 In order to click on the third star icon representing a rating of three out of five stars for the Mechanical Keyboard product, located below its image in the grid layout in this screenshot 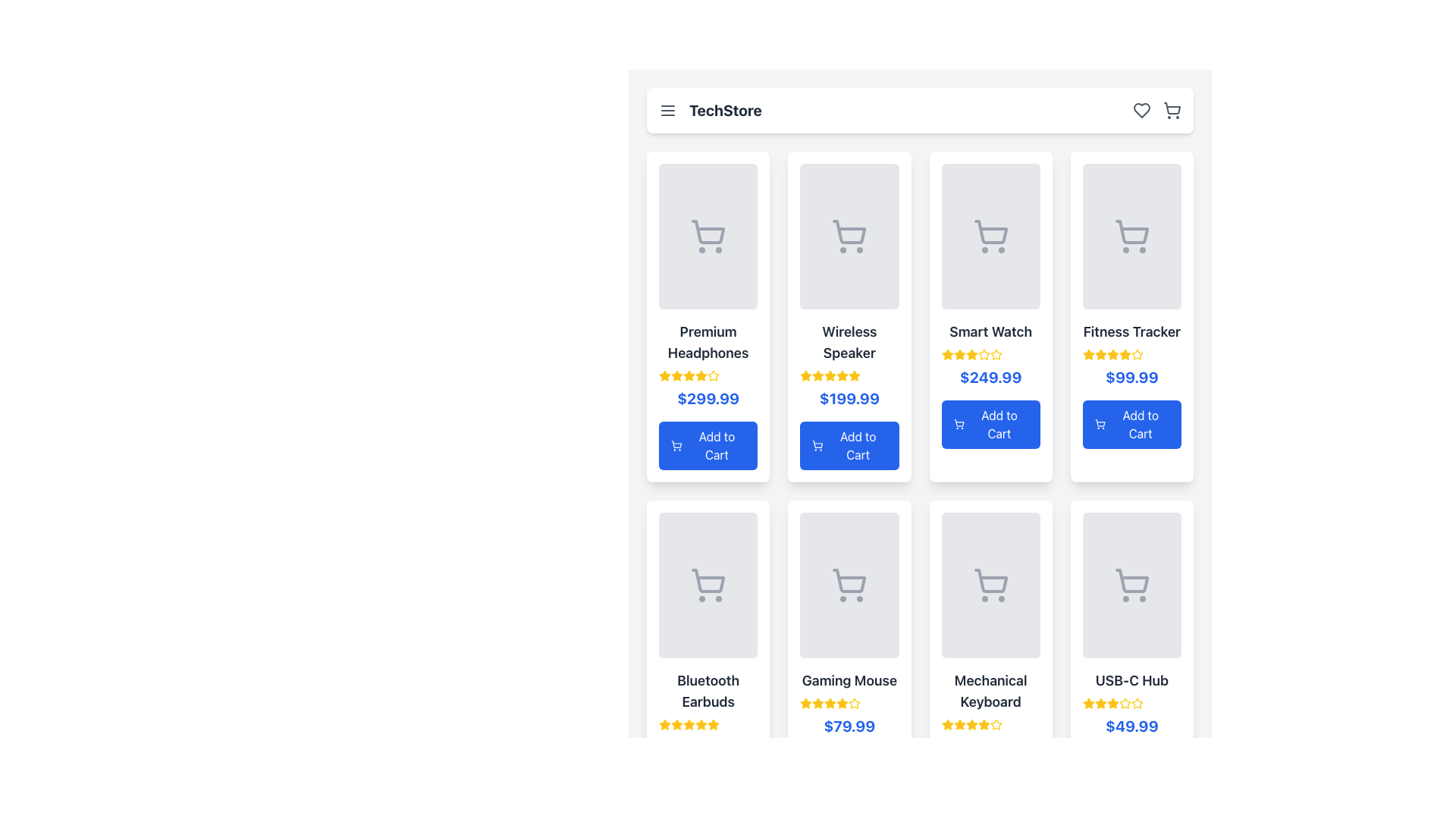, I will do `click(946, 723)`.